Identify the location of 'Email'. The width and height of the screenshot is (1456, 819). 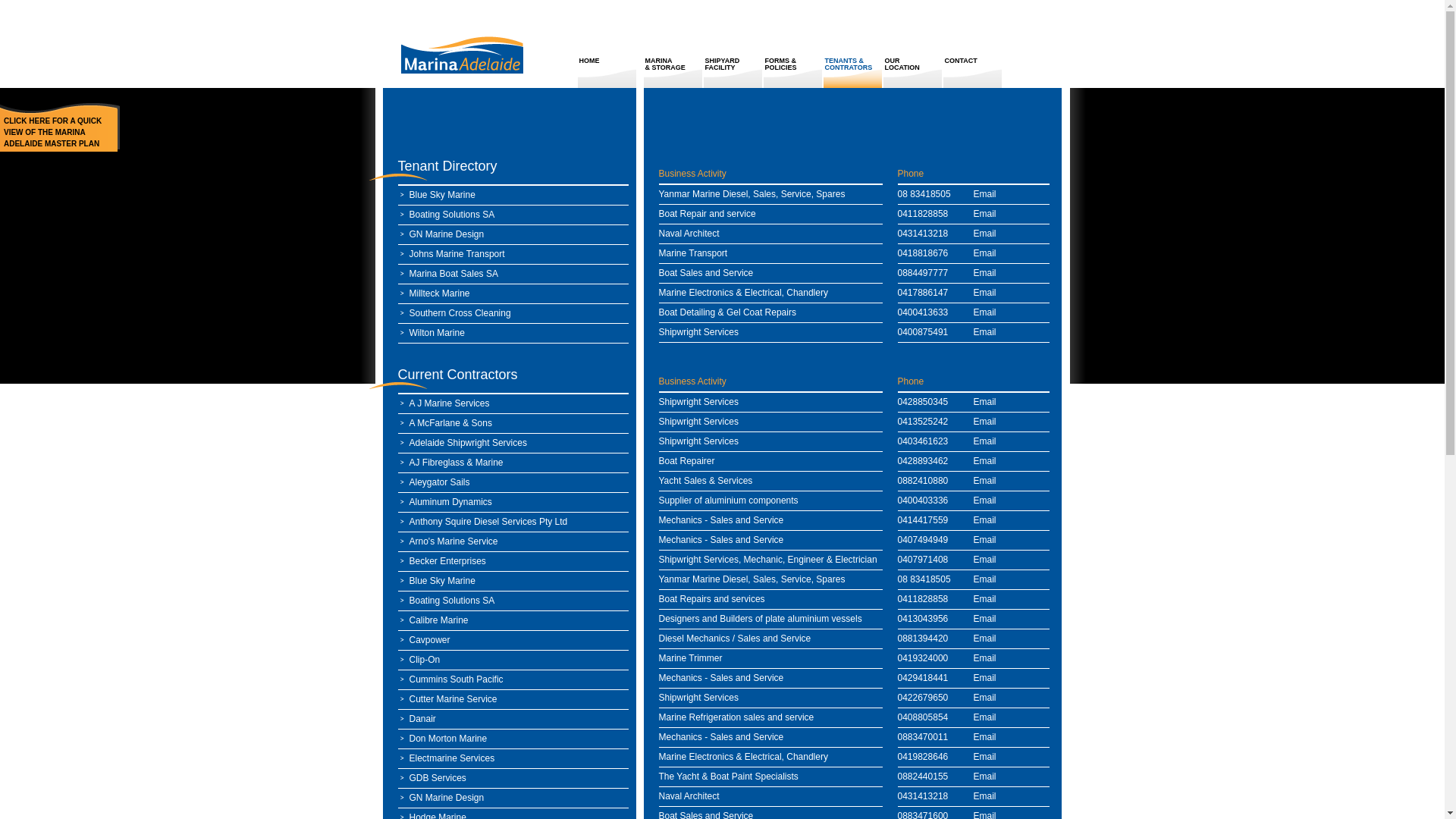
(985, 460).